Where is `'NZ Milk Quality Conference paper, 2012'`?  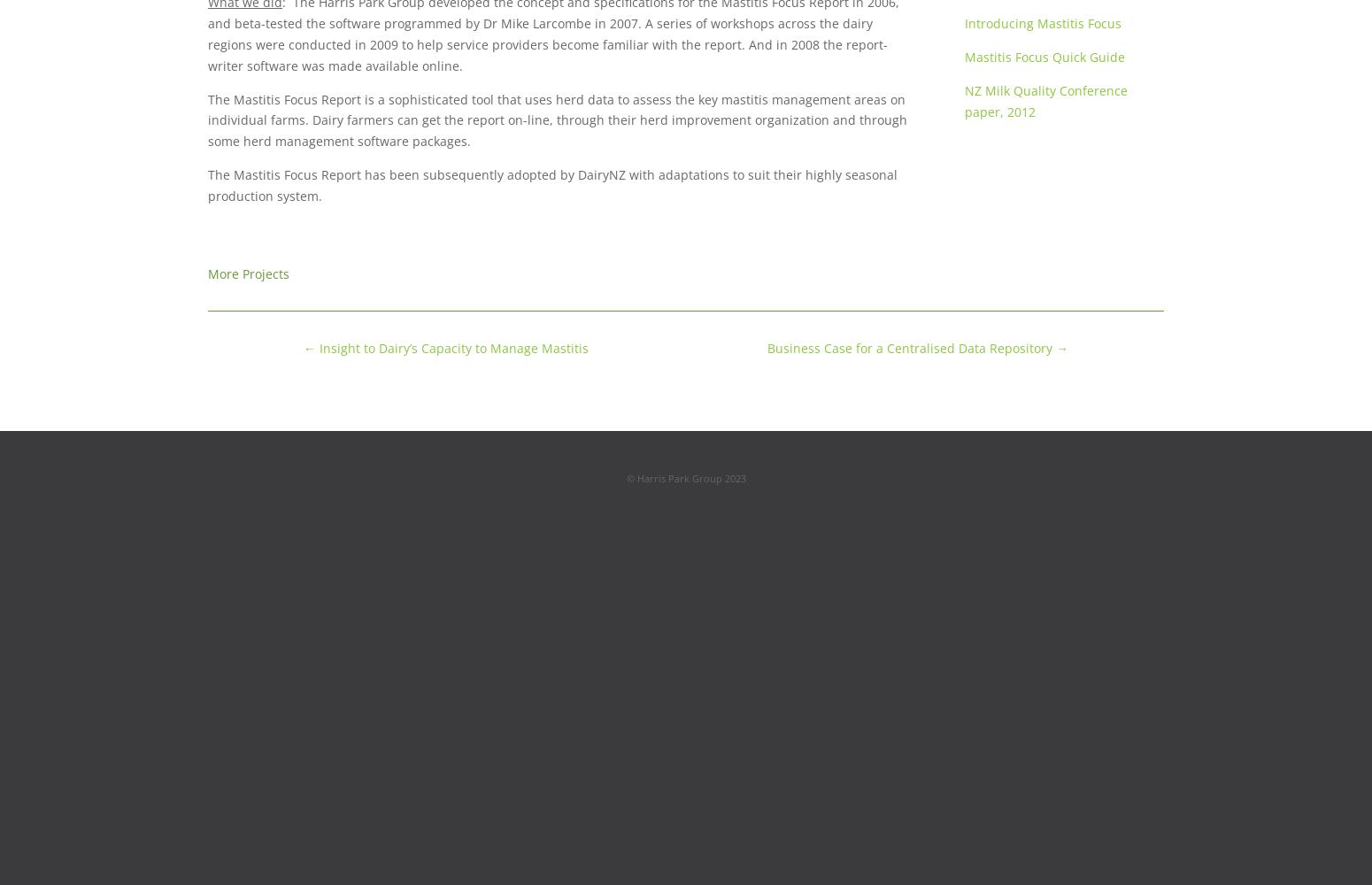 'NZ Milk Quality Conference paper, 2012' is located at coordinates (1044, 99).